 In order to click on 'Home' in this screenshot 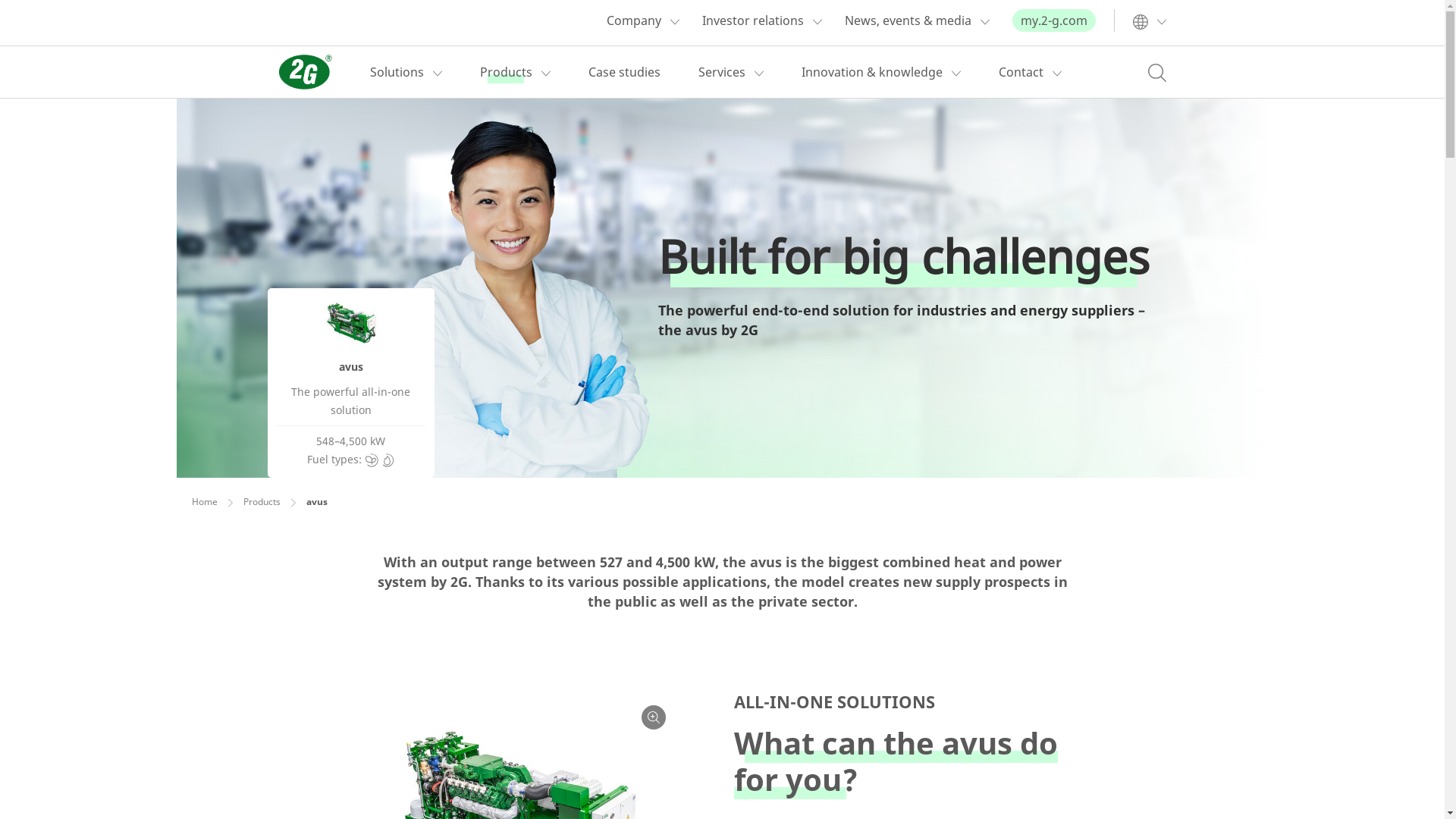, I will do `click(202, 501)`.